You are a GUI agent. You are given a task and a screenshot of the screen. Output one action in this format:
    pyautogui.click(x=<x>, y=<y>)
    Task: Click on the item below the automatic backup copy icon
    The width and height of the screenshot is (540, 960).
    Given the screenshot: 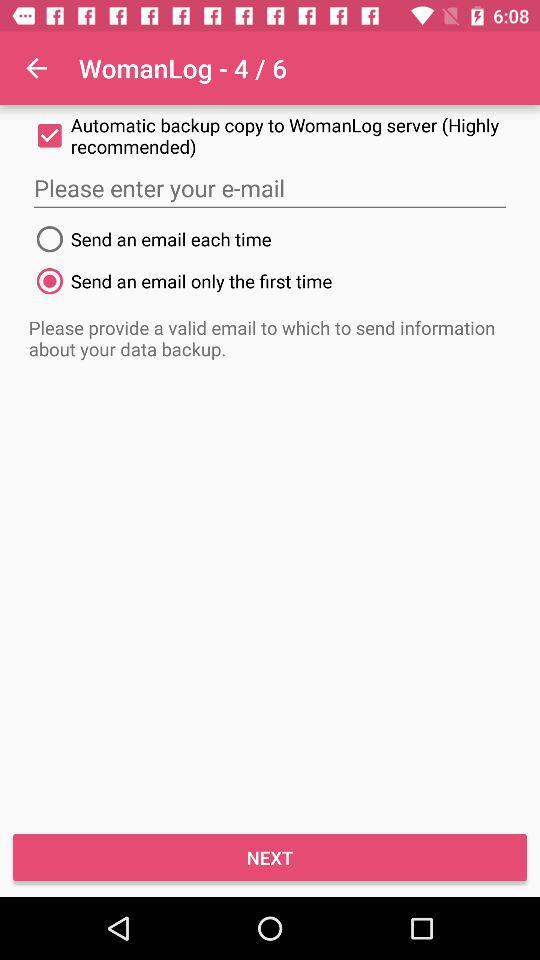 What is the action you would take?
    pyautogui.click(x=270, y=188)
    